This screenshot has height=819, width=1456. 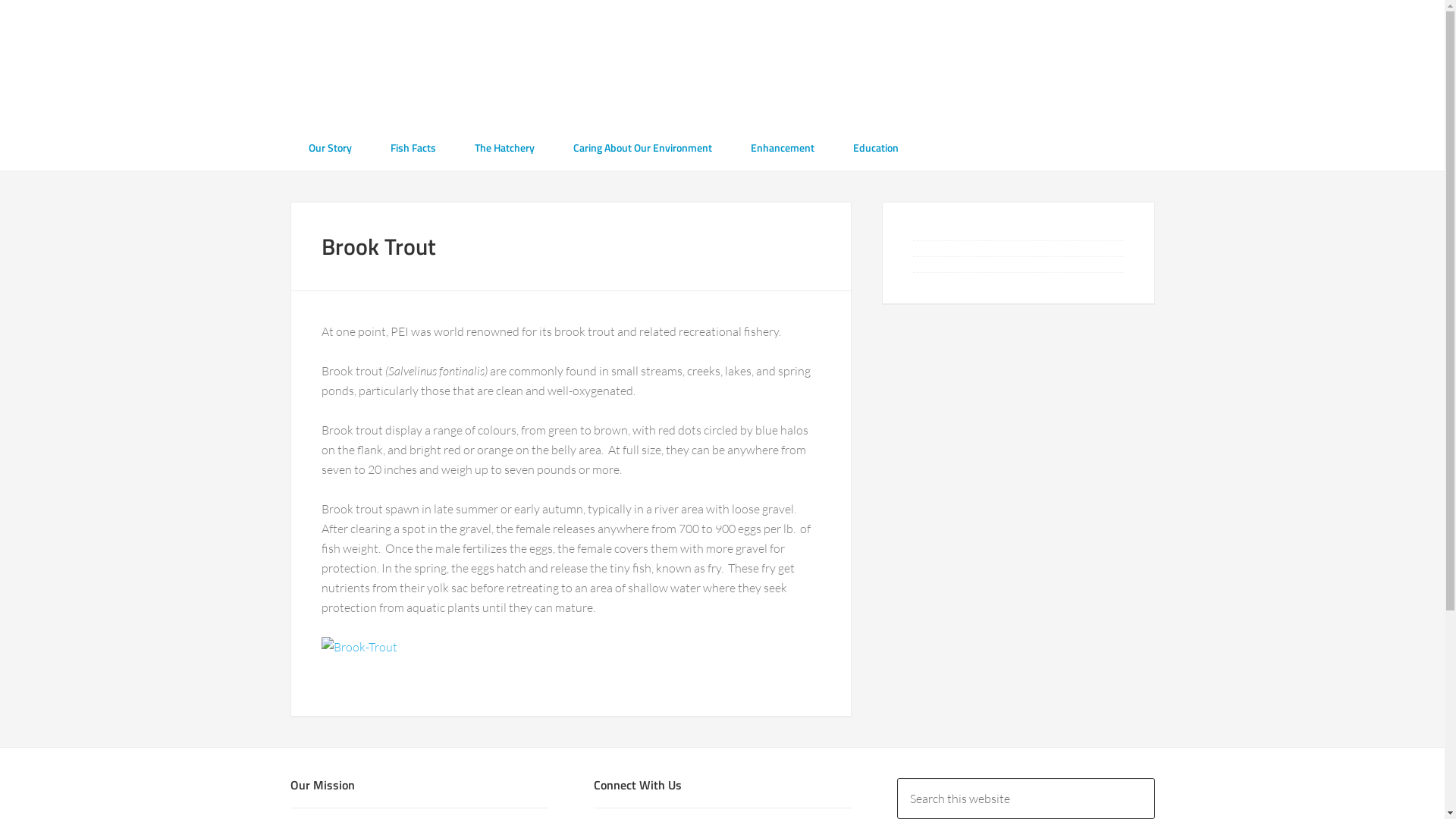 I want to click on 'Education', so click(x=874, y=147).